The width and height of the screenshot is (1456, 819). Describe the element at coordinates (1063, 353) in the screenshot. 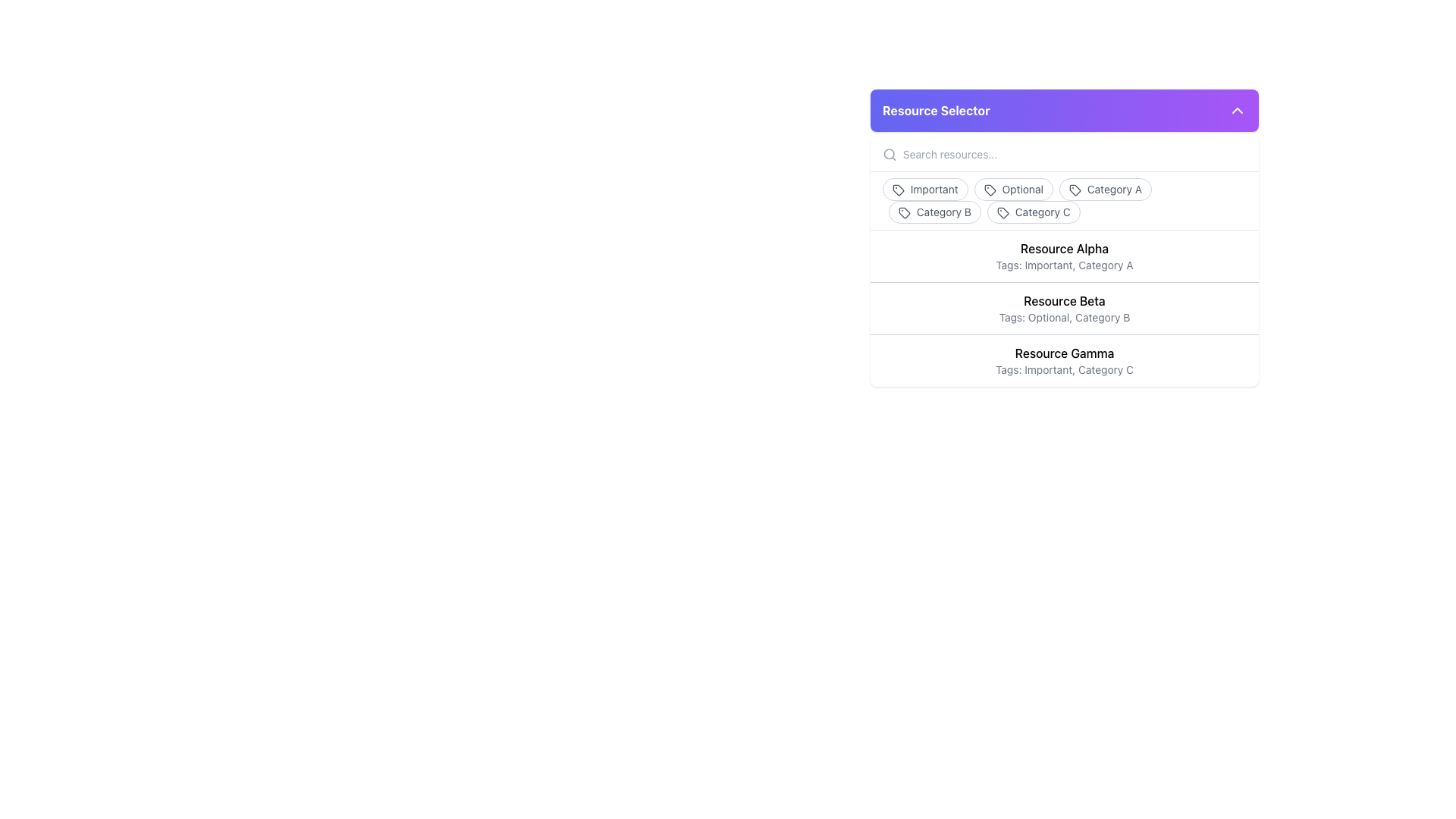

I see `the Text Label titled 'Resource Gamma', which is positioned above the tags description within the resource list` at that location.